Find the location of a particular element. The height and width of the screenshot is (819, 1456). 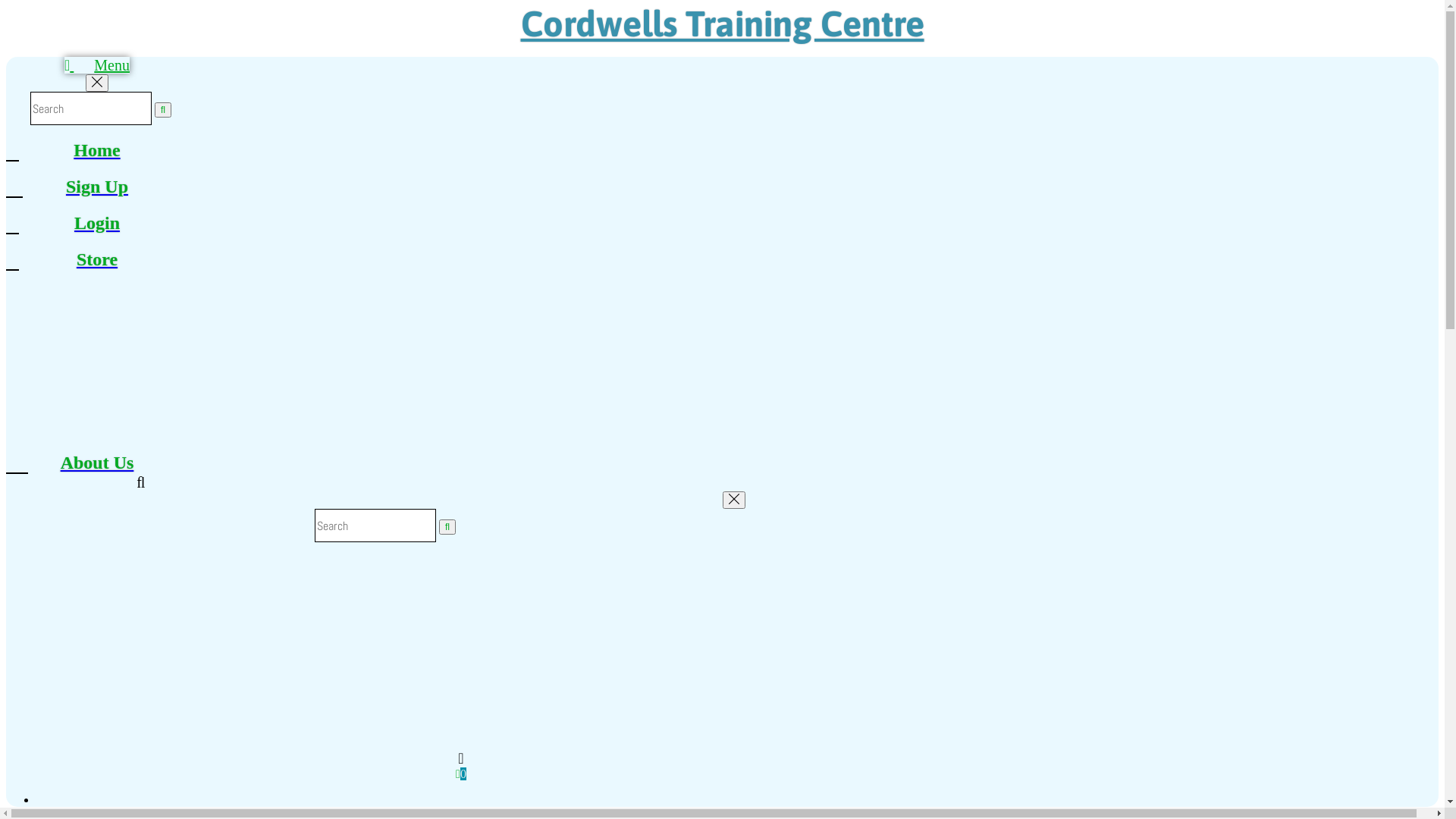

'0' is located at coordinates (460, 773).